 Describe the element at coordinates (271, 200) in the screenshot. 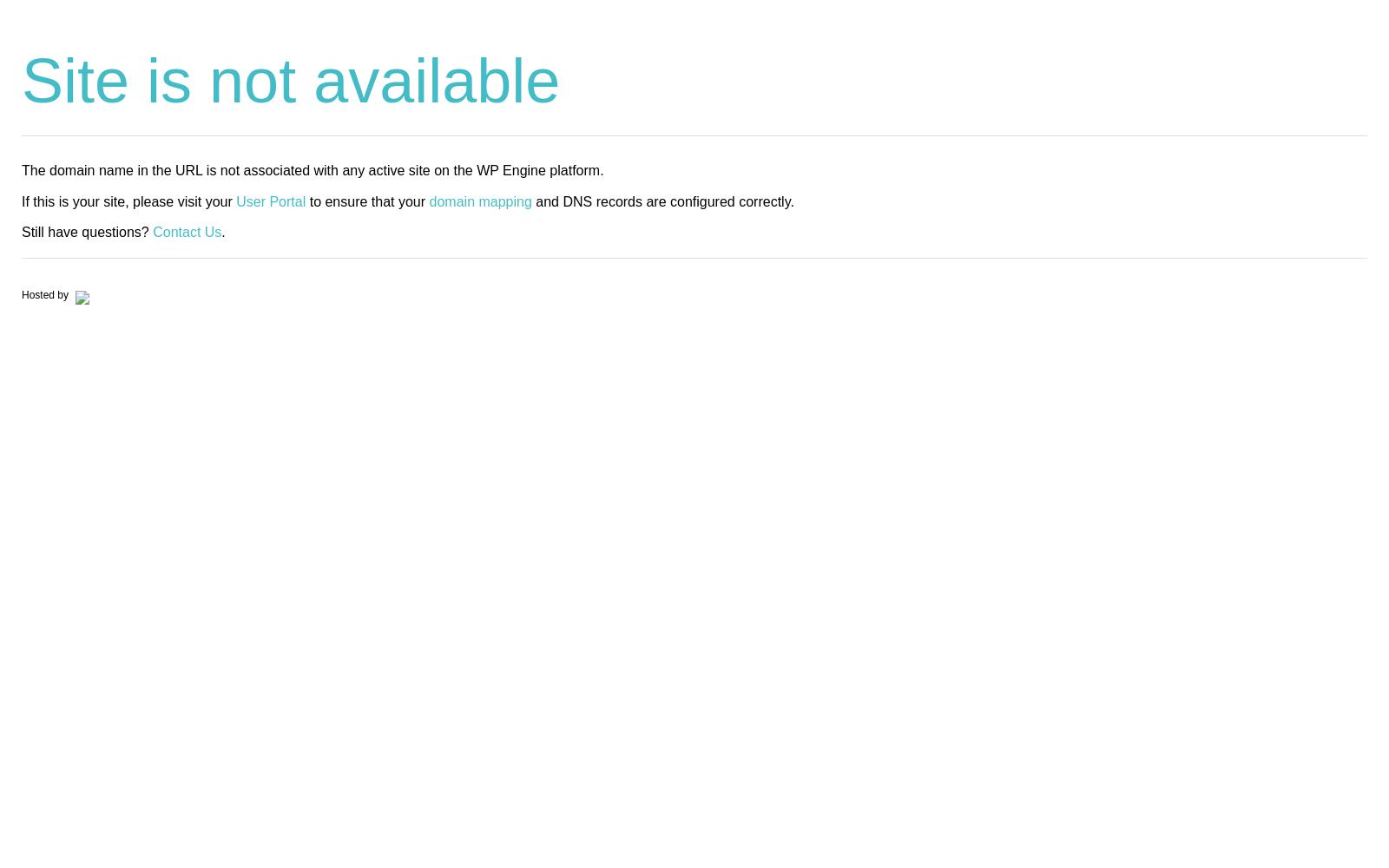

I see `'User Portal'` at that location.